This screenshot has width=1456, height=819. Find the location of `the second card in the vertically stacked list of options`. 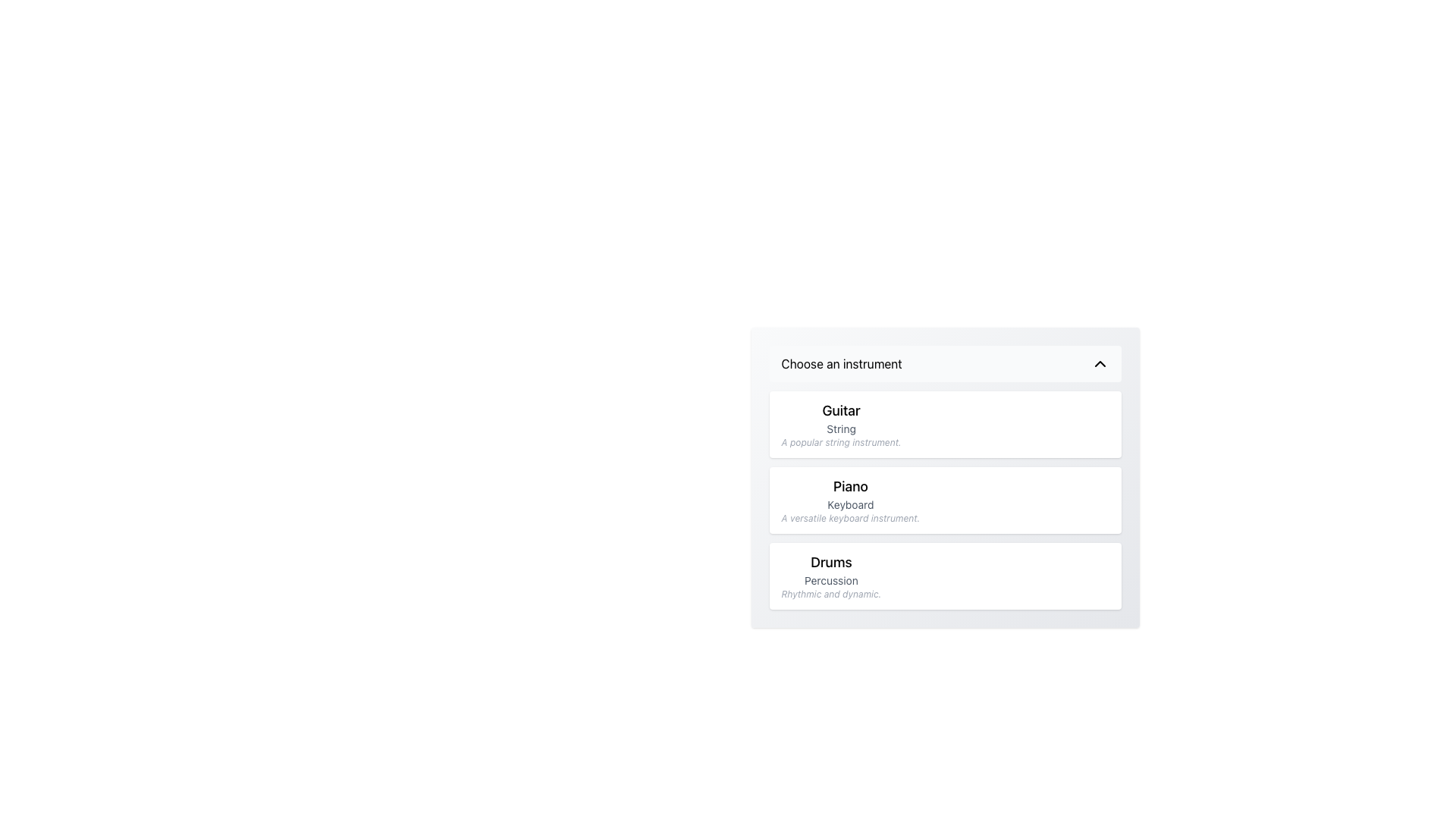

the second card in the vertically stacked list of options is located at coordinates (944, 500).